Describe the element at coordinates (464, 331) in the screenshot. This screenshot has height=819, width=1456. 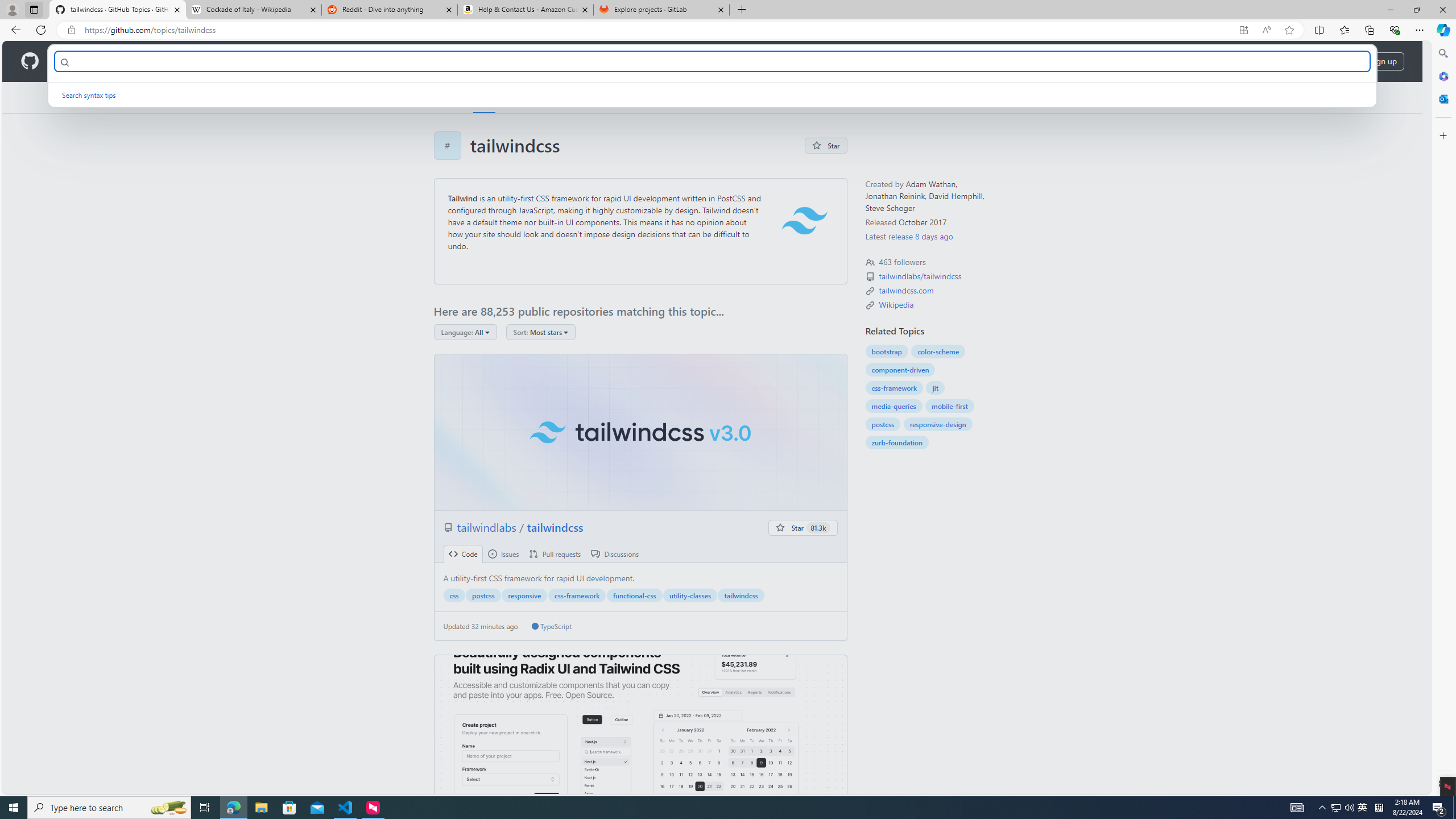
I see `'Language: All'` at that location.